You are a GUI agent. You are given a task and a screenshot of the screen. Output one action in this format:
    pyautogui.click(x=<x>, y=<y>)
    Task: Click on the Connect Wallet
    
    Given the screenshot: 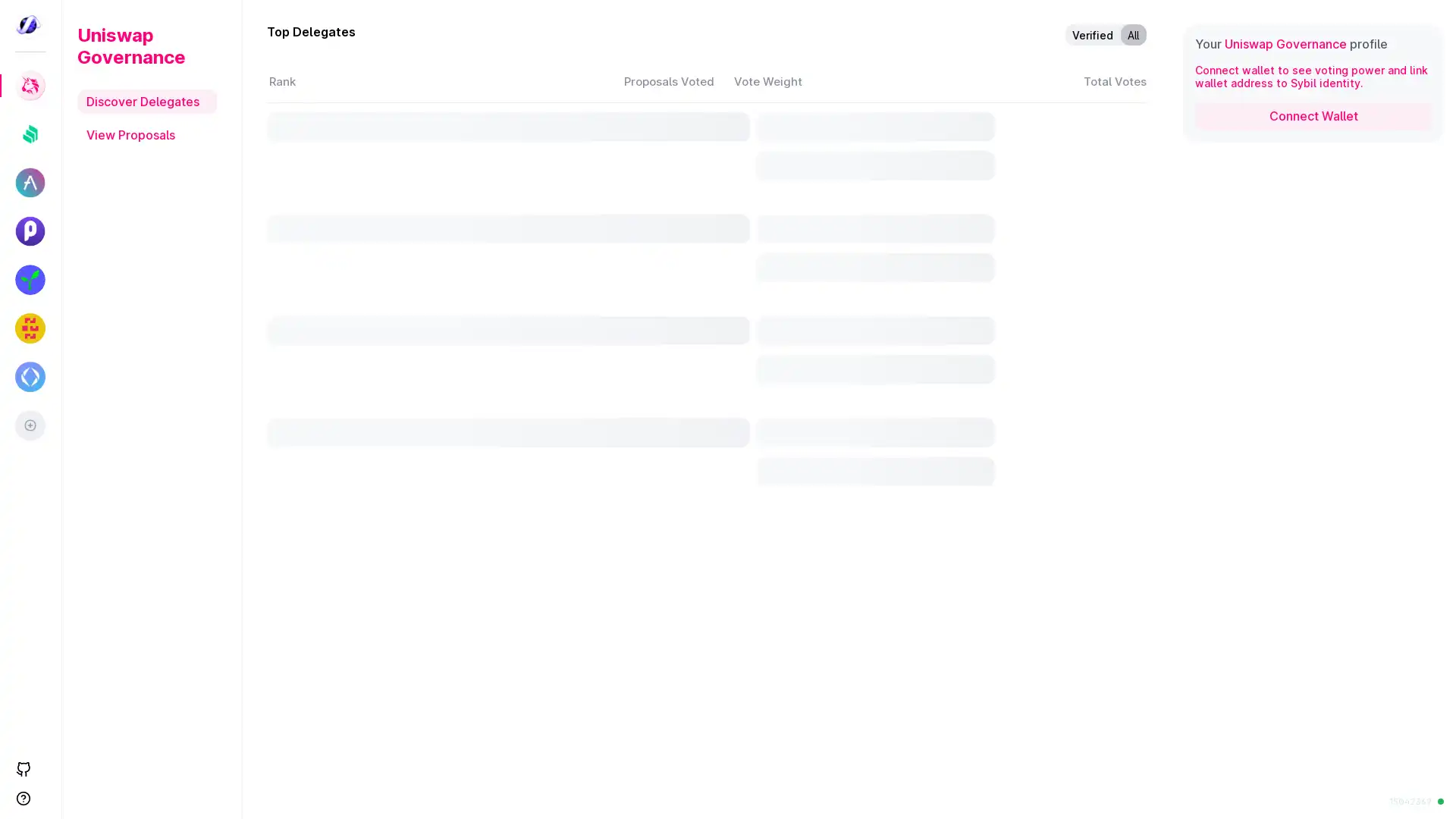 What is the action you would take?
    pyautogui.click(x=1313, y=115)
    